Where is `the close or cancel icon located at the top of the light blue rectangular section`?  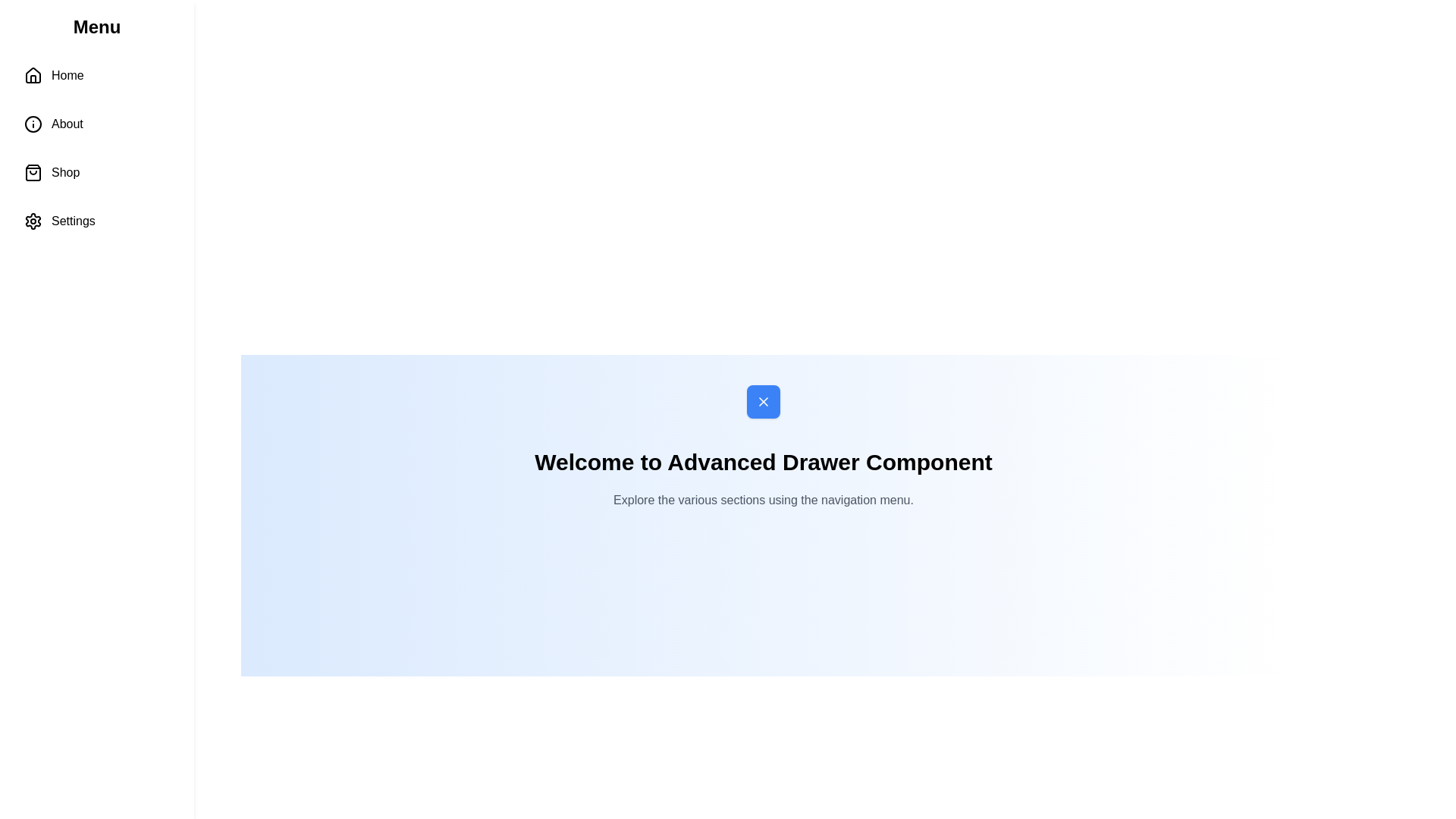
the close or cancel icon located at the top of the light blue rectangular section is located at coordinates (764, 400).